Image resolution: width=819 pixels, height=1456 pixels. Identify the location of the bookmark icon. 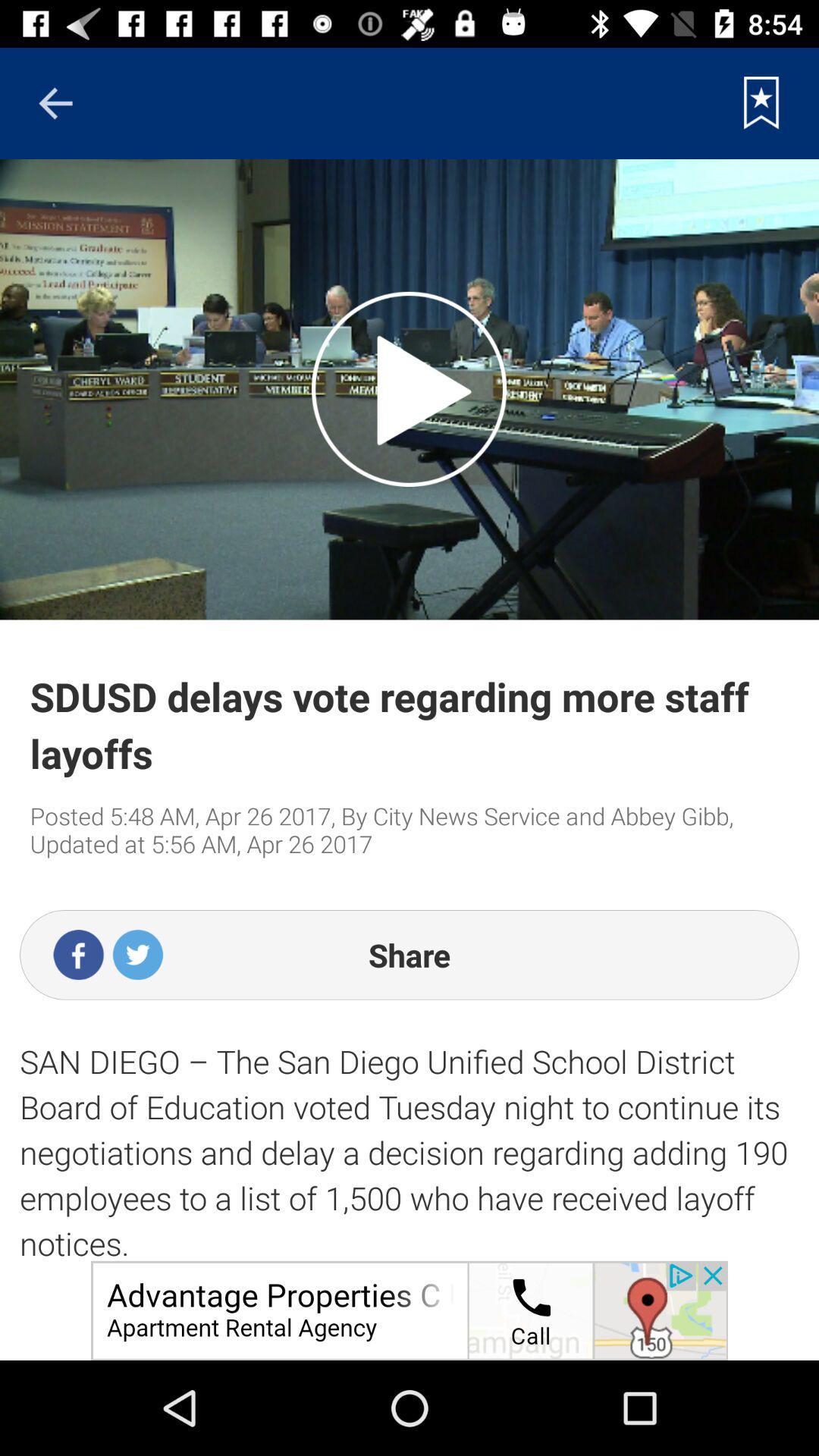
(761, 102).